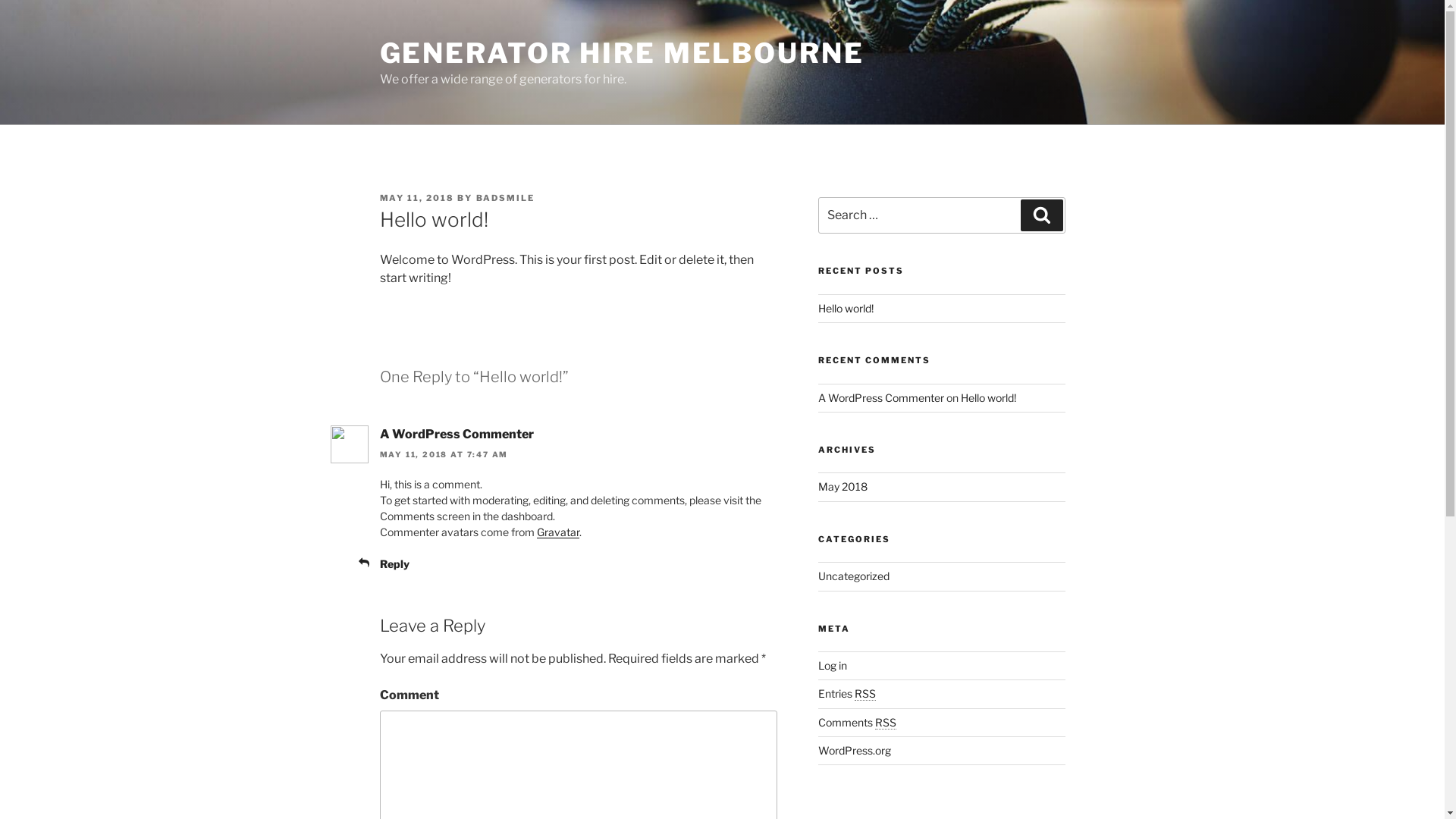 This screenshot has width=1456, height=819. Describe the element at coordinates (817, 576) in the screenshot. I see `'Uncategorized'` at that location.